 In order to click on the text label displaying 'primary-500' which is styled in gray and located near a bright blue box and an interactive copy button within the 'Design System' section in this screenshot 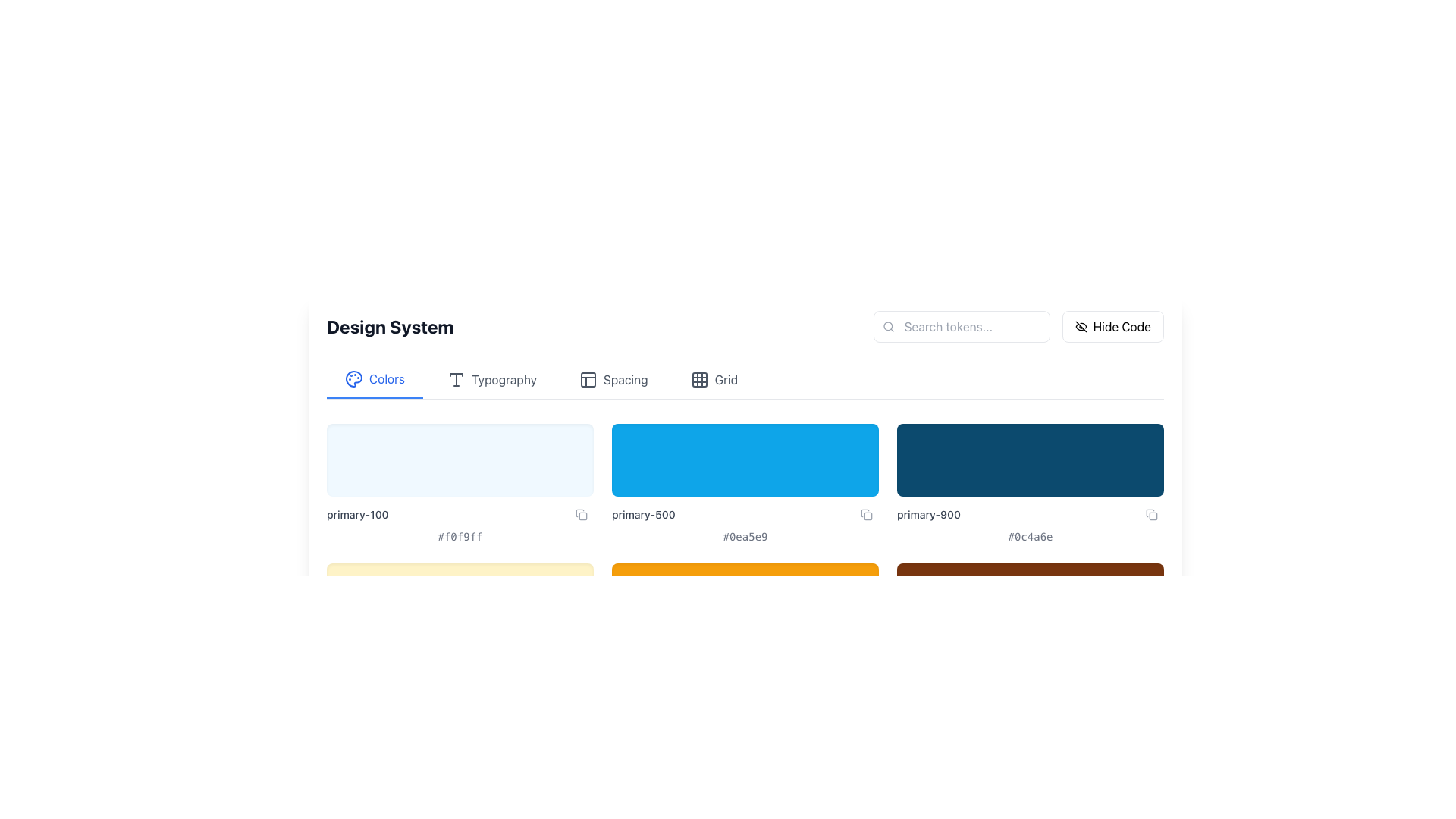, I will do `click(643, 513)`.